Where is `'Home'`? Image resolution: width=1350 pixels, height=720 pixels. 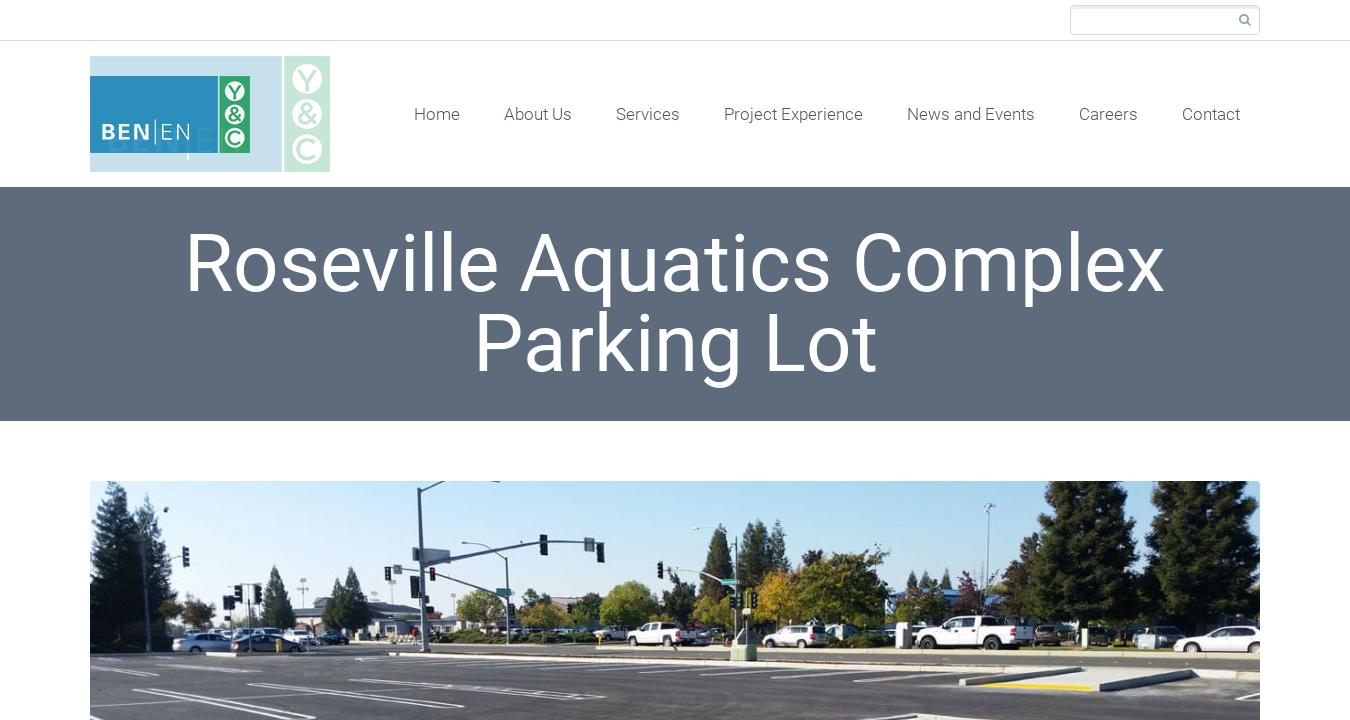
'Home' is located at coordinates (436, 113).